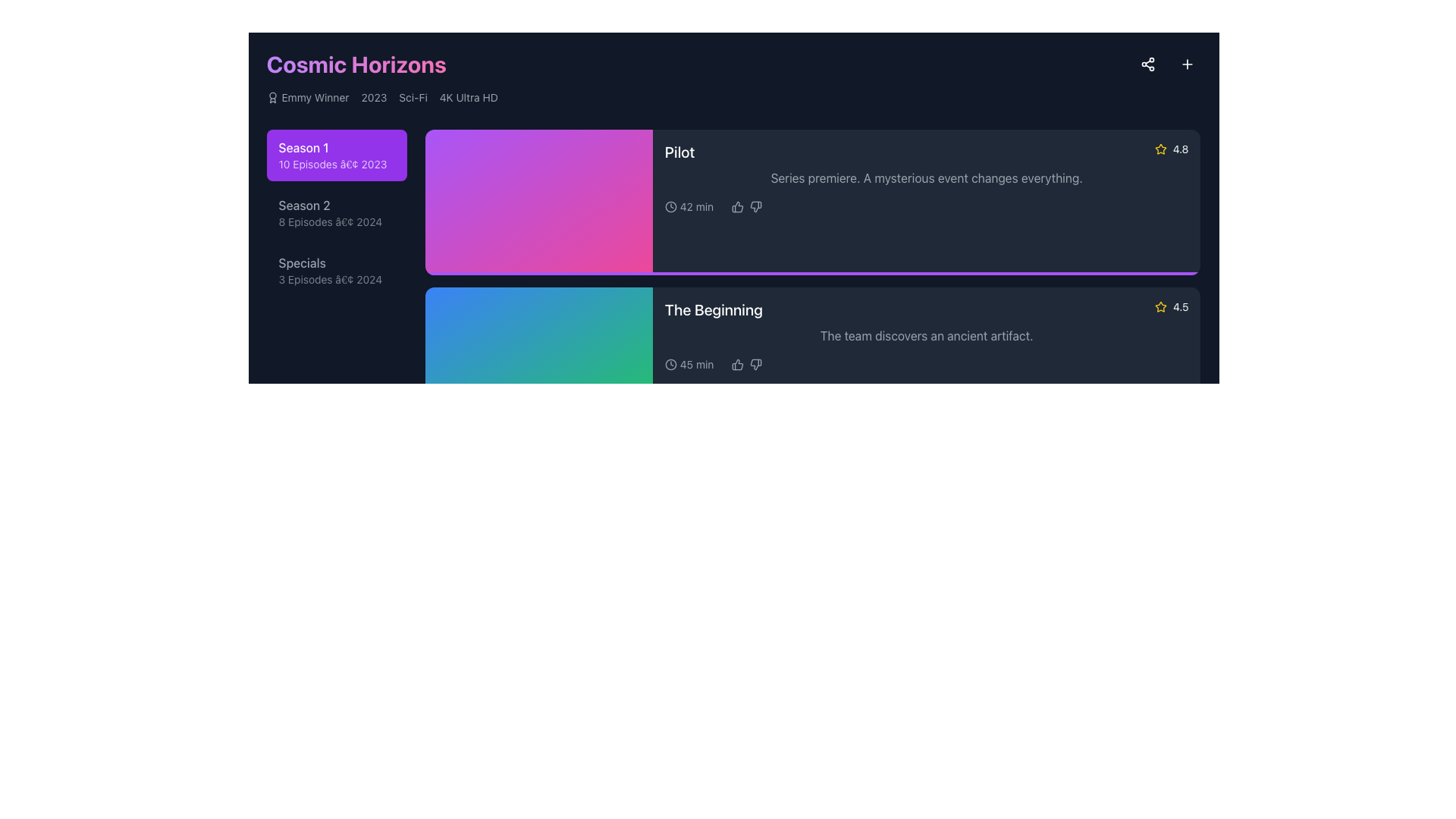 Image resolution: width=1456 pixels, height=819 pixels. Describe the element at coordinates (670, 207) in the screenshot. I see `the clock SVG icon located to the left of the '42 min' text in the 'Pilot' episode section of the episode list` at that location.